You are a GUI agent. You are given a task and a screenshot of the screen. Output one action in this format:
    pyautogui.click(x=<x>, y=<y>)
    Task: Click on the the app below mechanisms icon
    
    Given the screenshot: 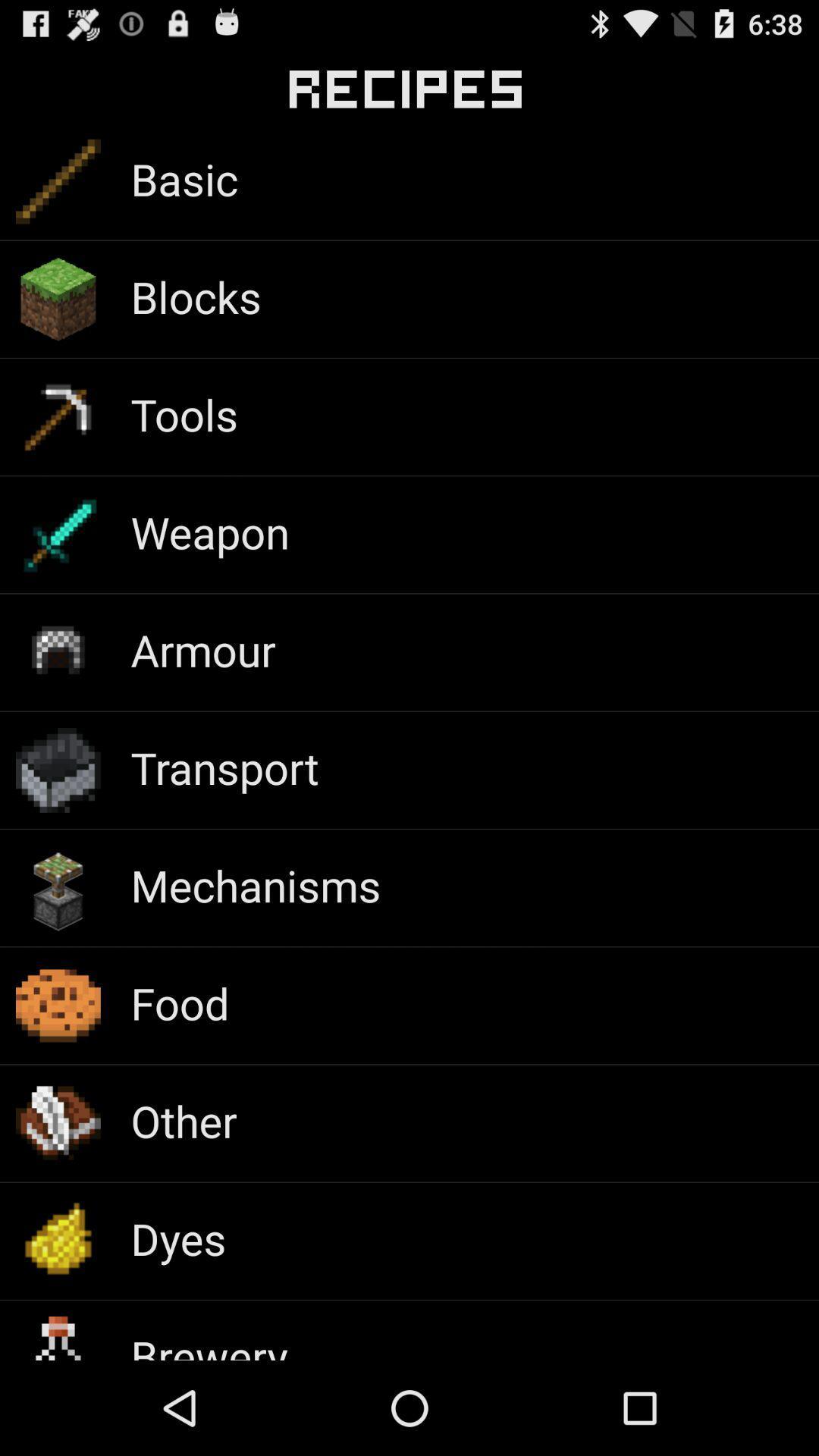 What is the action you would take?
    pyautogui.click(x=179, y=1003)
    